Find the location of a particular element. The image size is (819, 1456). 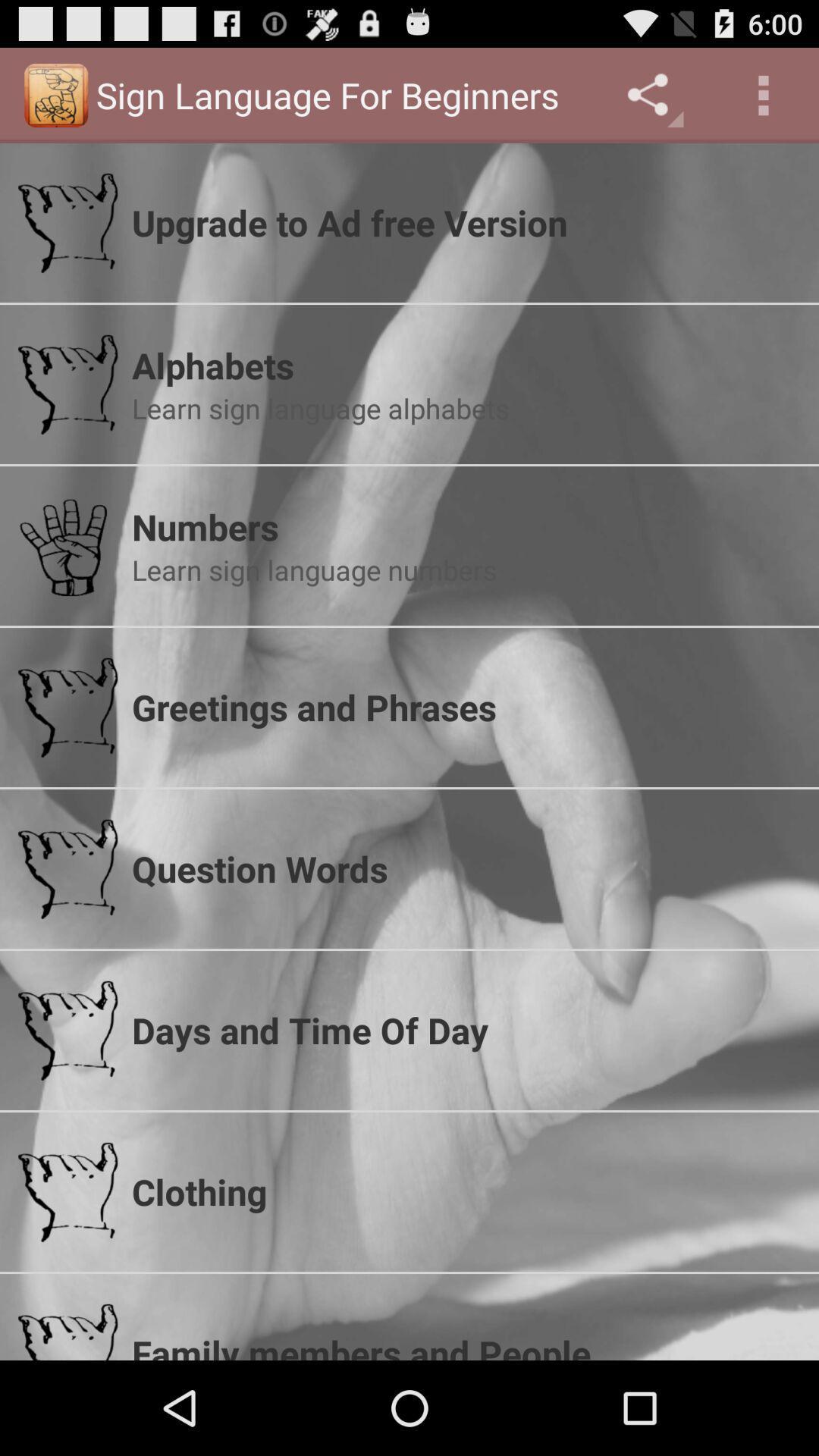

the icon above family members and app is located at coordinates (465, 1191).